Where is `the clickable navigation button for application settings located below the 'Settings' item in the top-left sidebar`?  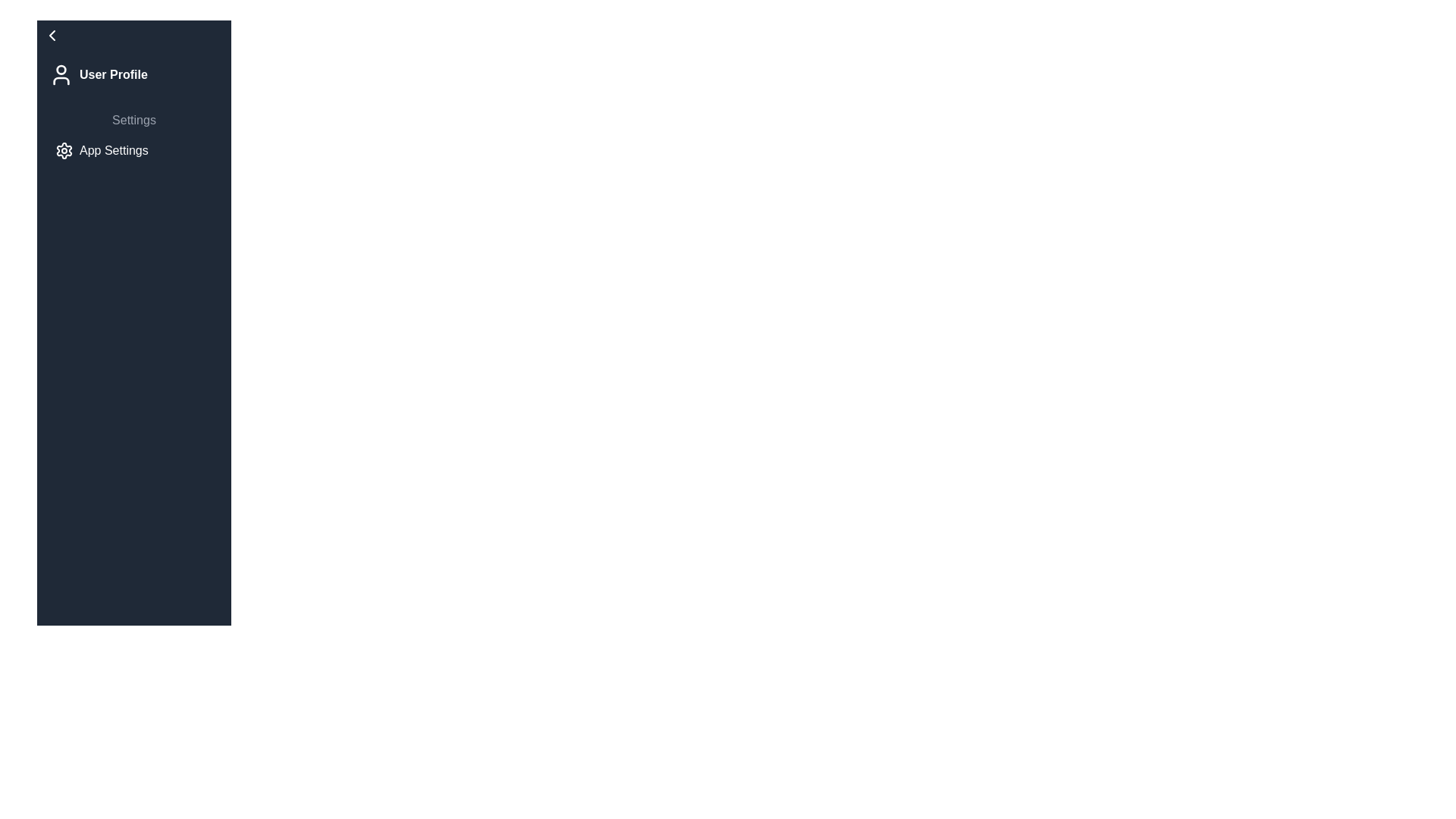 the clickable navigation button for application settings located below the 'Settings' item in the top-left sidebar is located at coordinates (134, 151).